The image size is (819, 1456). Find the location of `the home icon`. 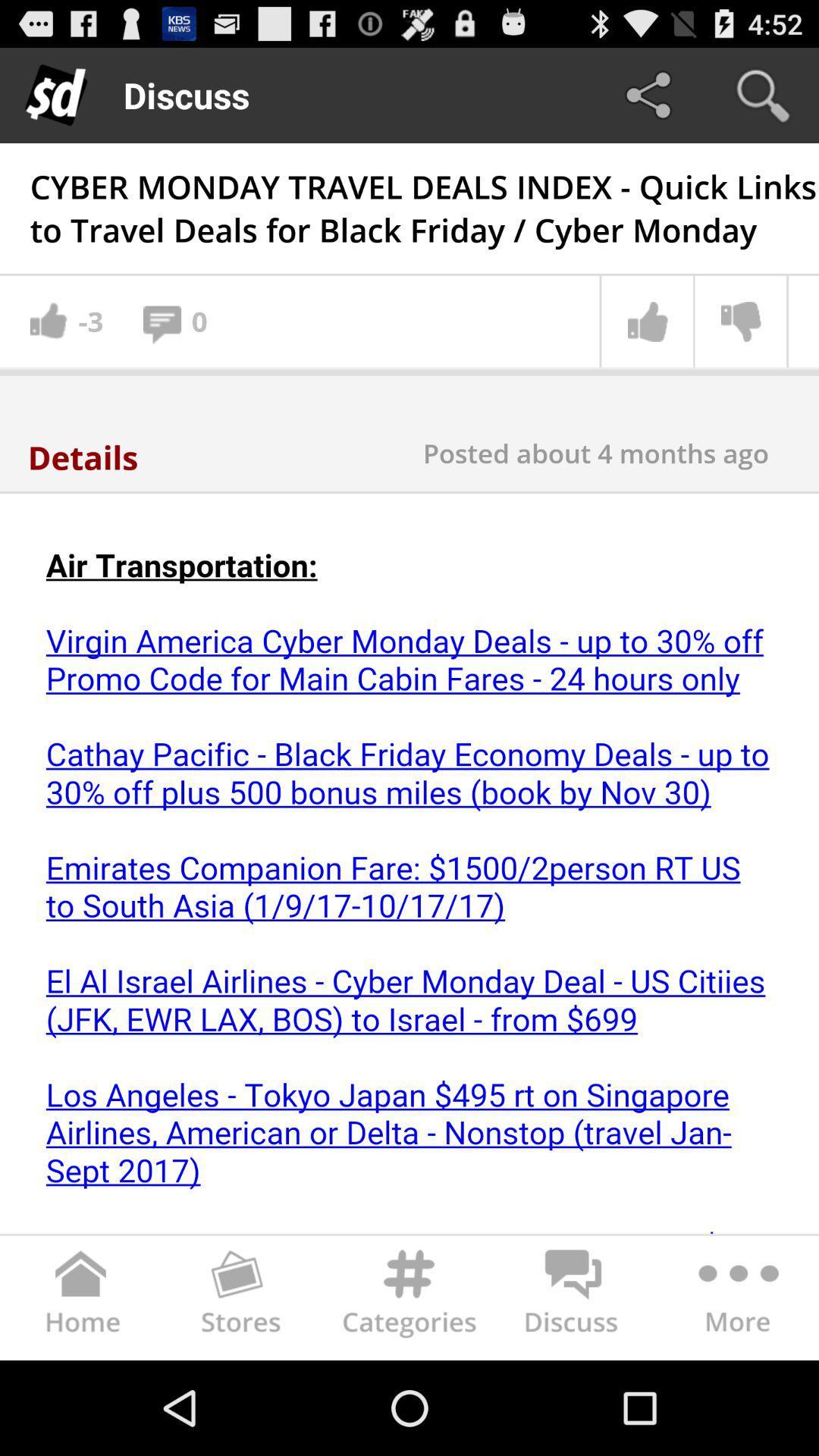

the home icon is located at coordinates (82, 1392).